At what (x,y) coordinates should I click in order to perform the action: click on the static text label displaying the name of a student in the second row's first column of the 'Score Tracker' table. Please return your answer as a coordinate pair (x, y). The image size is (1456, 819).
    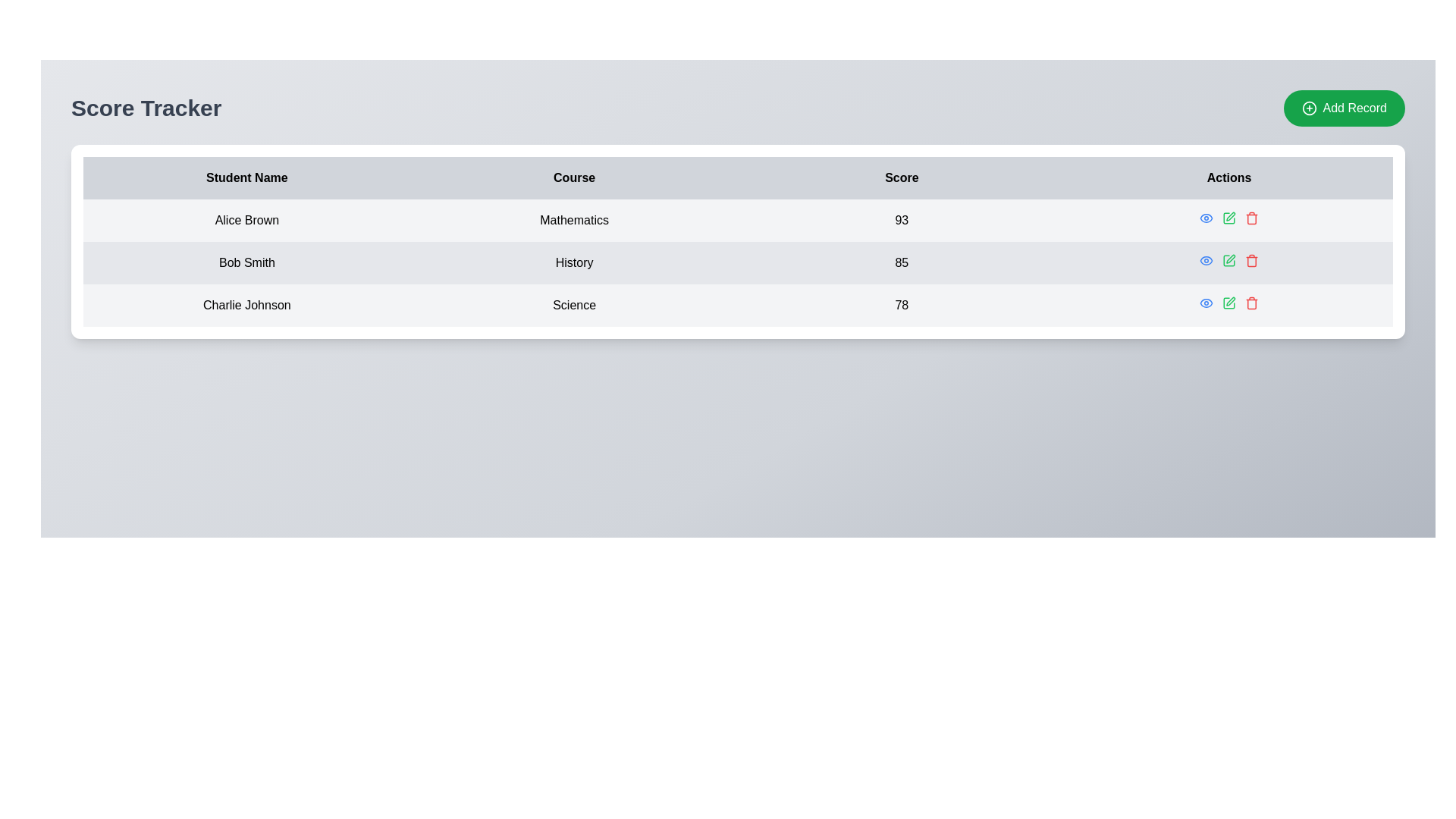
    Looking at the image, I should click on (246, 262).